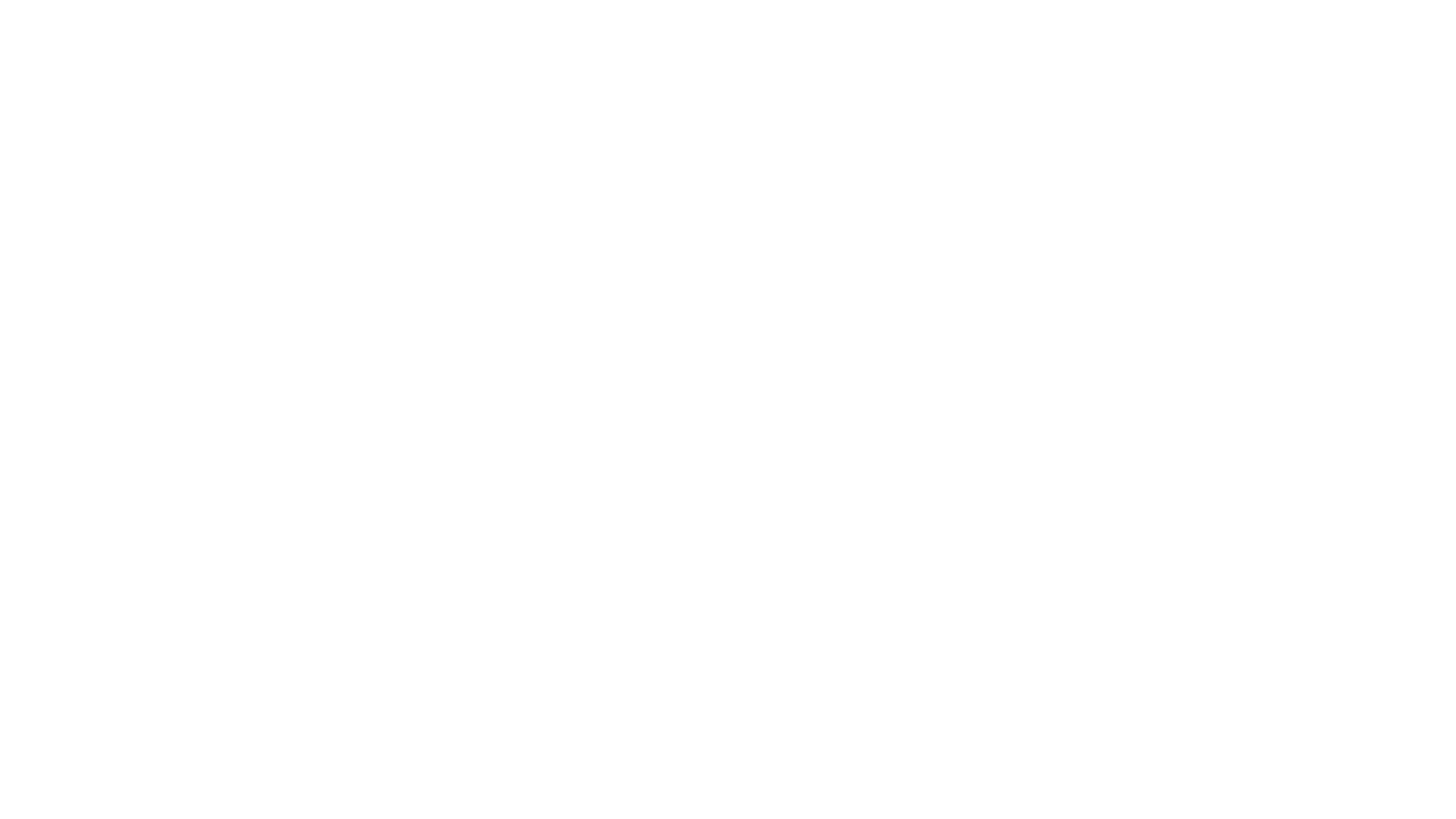  What do you see at coordinates (728, 278) in the screenshot?
I see `Fixed Assets Tracking & Management` at bounding box center [728, 278].